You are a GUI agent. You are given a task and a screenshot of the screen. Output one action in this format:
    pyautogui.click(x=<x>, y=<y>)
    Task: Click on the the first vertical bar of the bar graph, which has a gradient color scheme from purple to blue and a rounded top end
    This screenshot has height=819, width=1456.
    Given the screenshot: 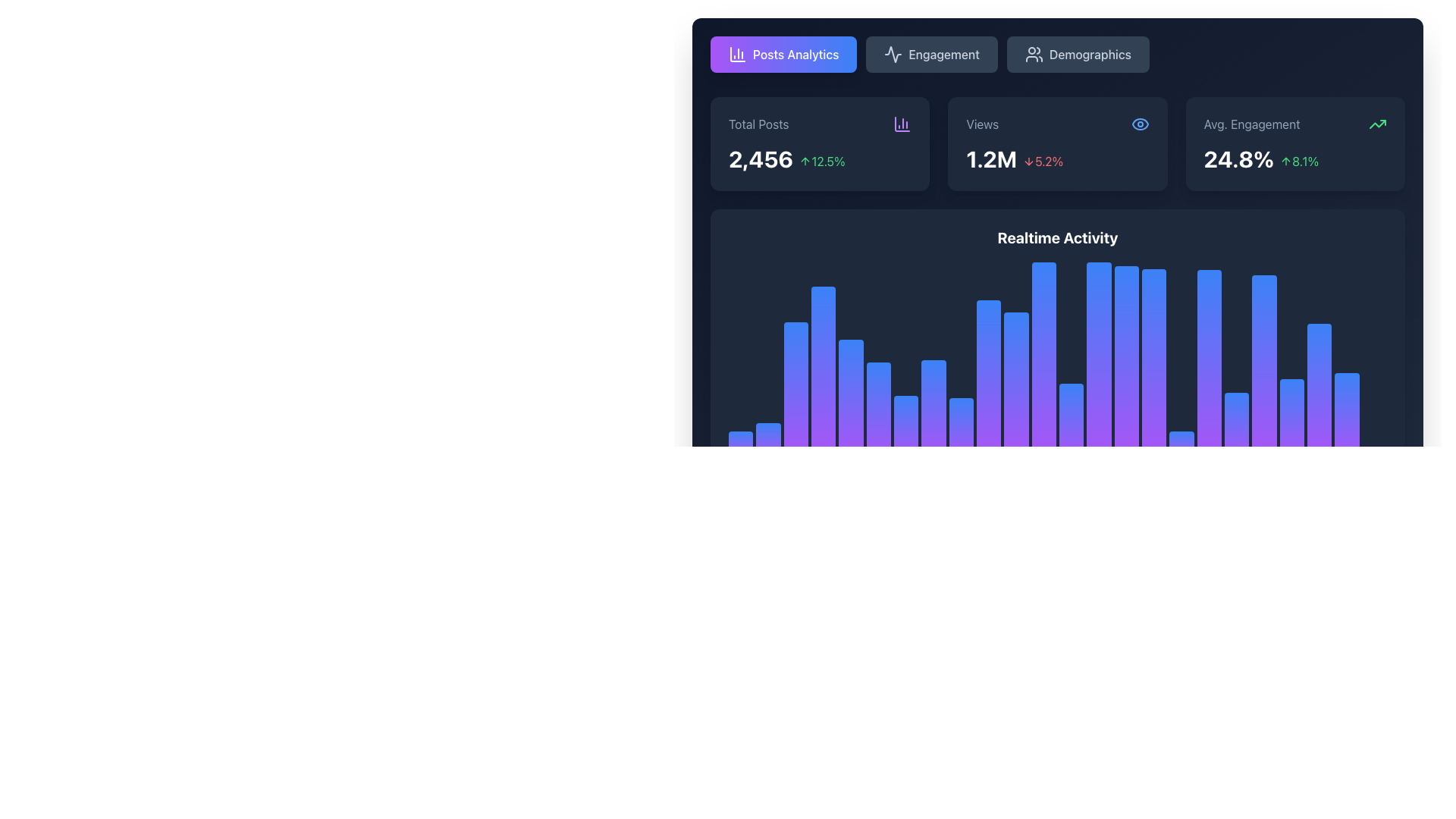 What is the action you would take?
    pyautogui.click(x=741, y=449)
    